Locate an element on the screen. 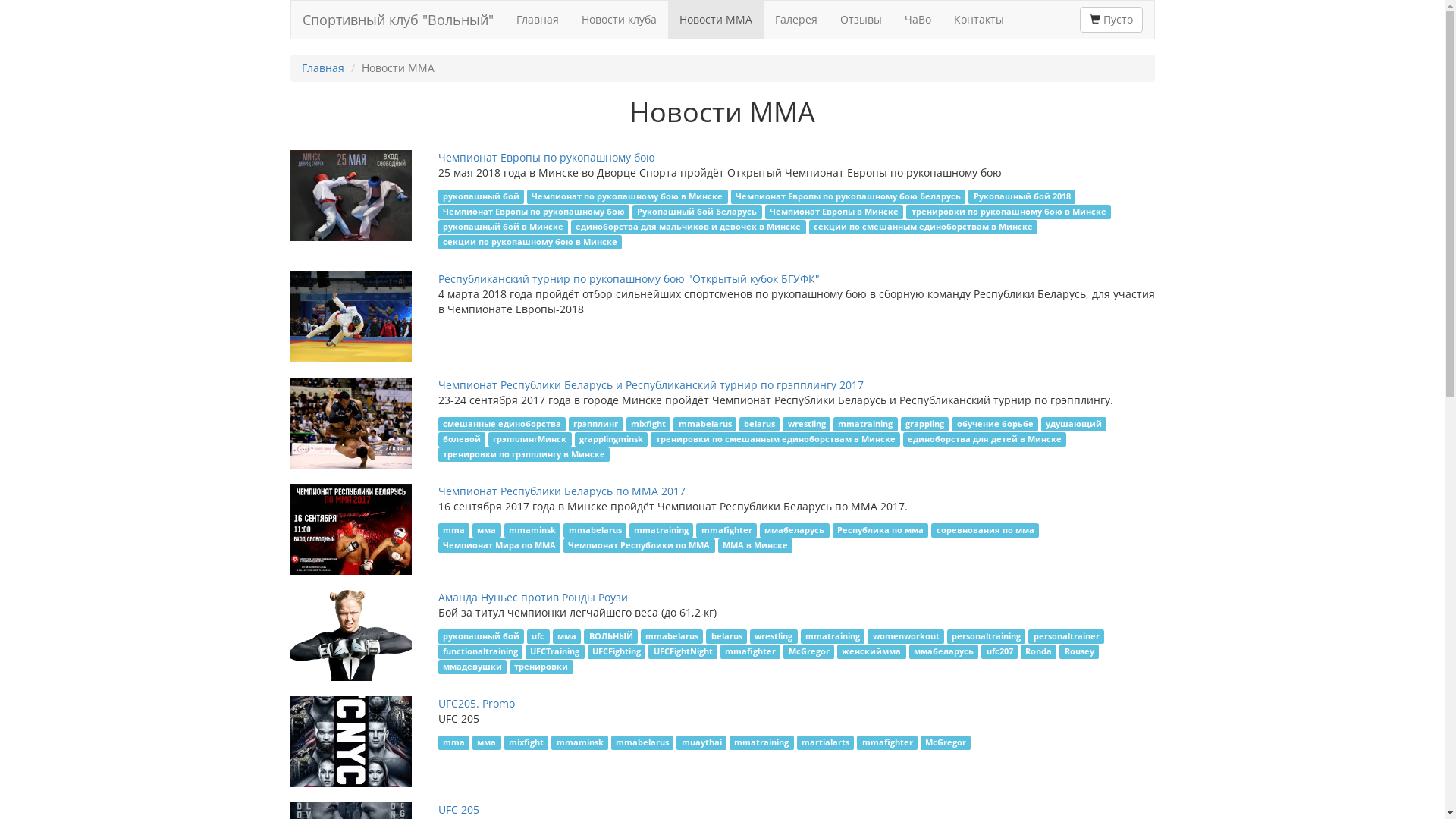 The height and width of the screenshot is (819, 1456). 'Rousey' is located at coordinates (1078, 651).